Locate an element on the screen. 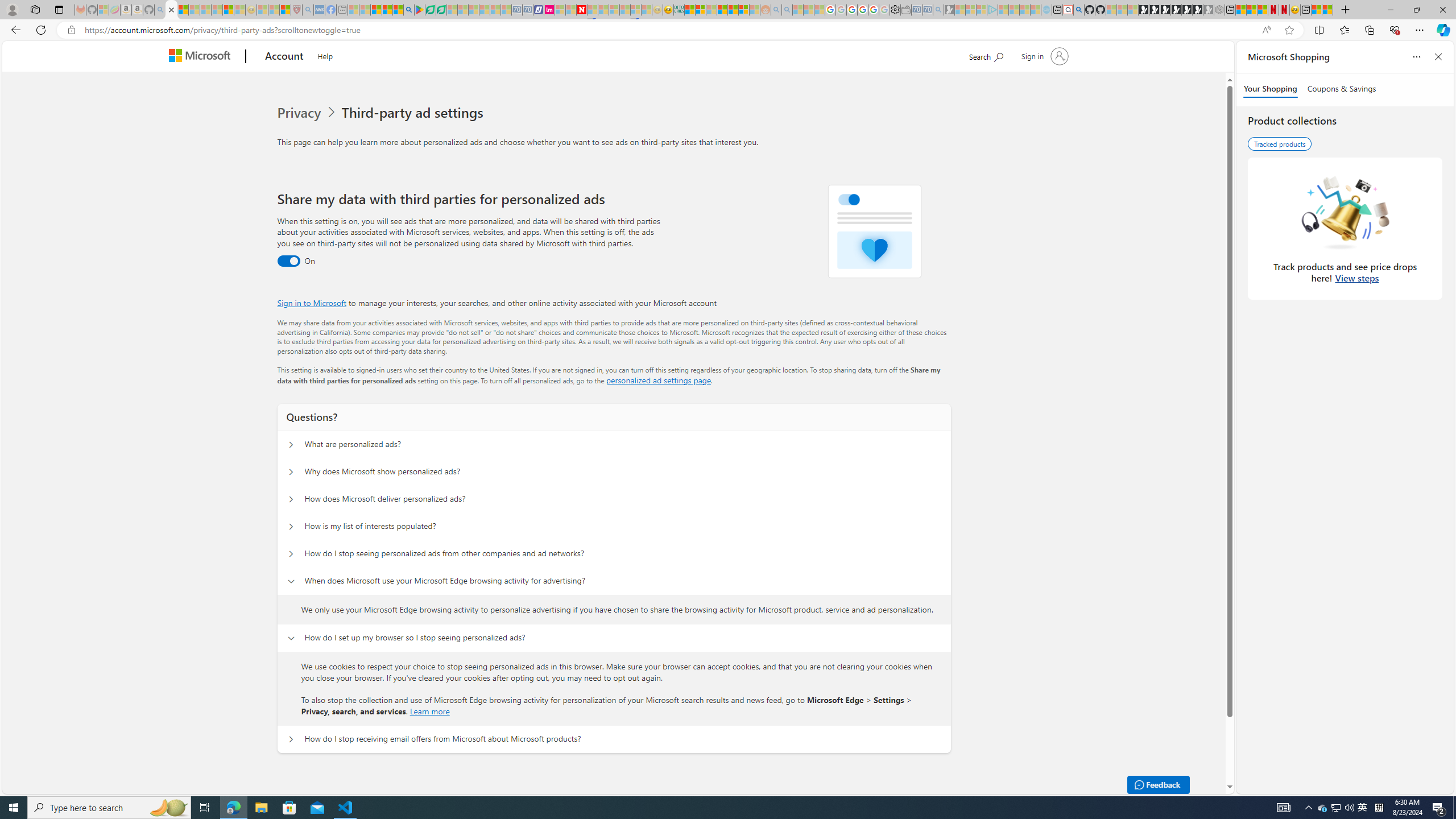 This screenshot has width=1456, height=819. 'Bluey: Let' is located at coordinates (419, 9).